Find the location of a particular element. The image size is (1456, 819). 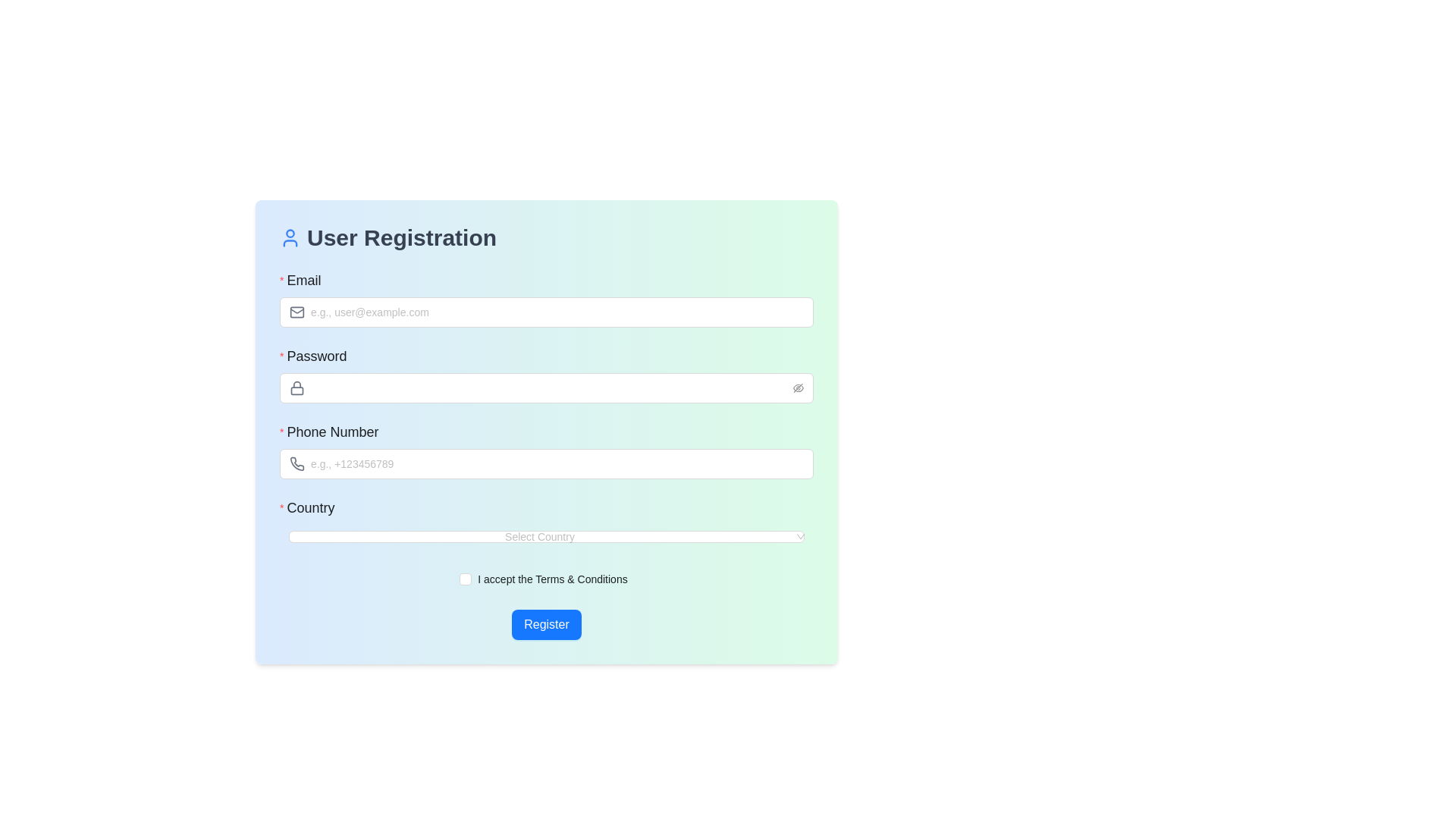

the eye icon with a slash through it located at the right end of the 'Password' input field is located at coordinates (797, 386).